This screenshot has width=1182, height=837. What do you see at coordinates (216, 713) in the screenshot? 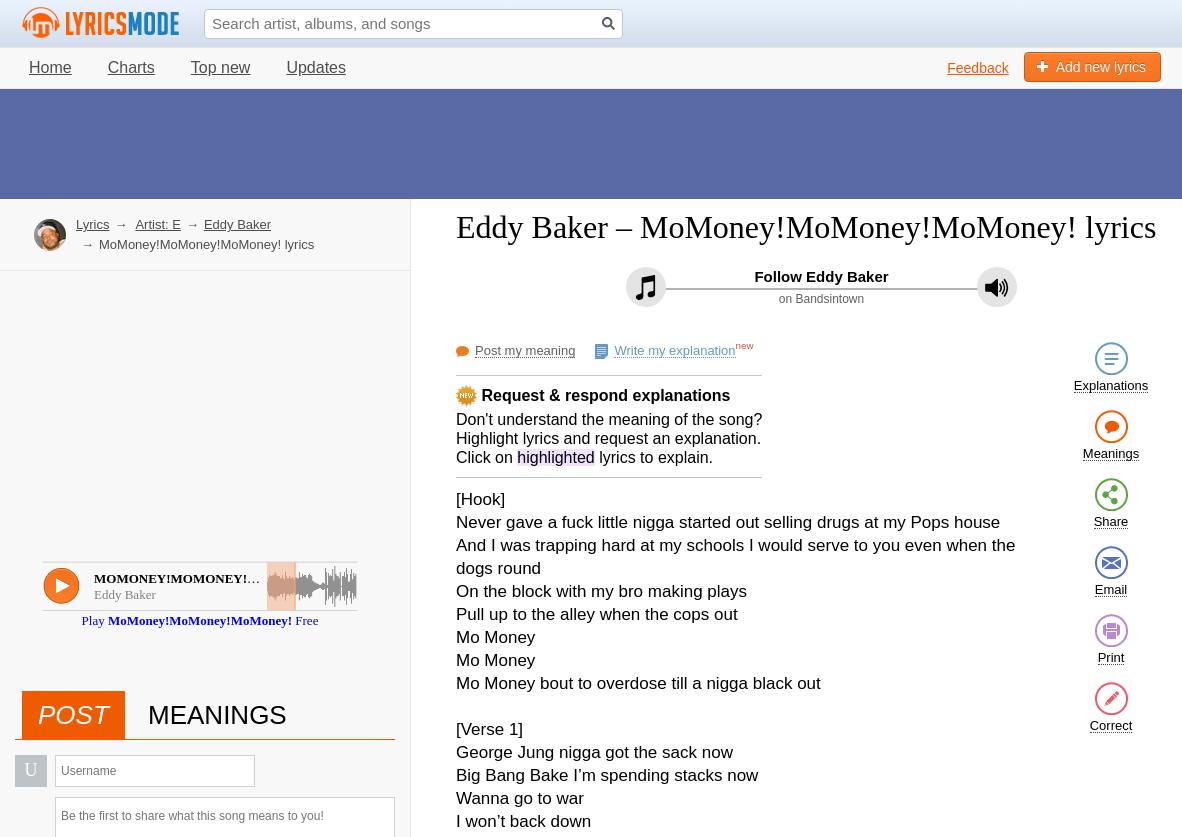
I see `'meanings'` at bounding box center [216, 713].